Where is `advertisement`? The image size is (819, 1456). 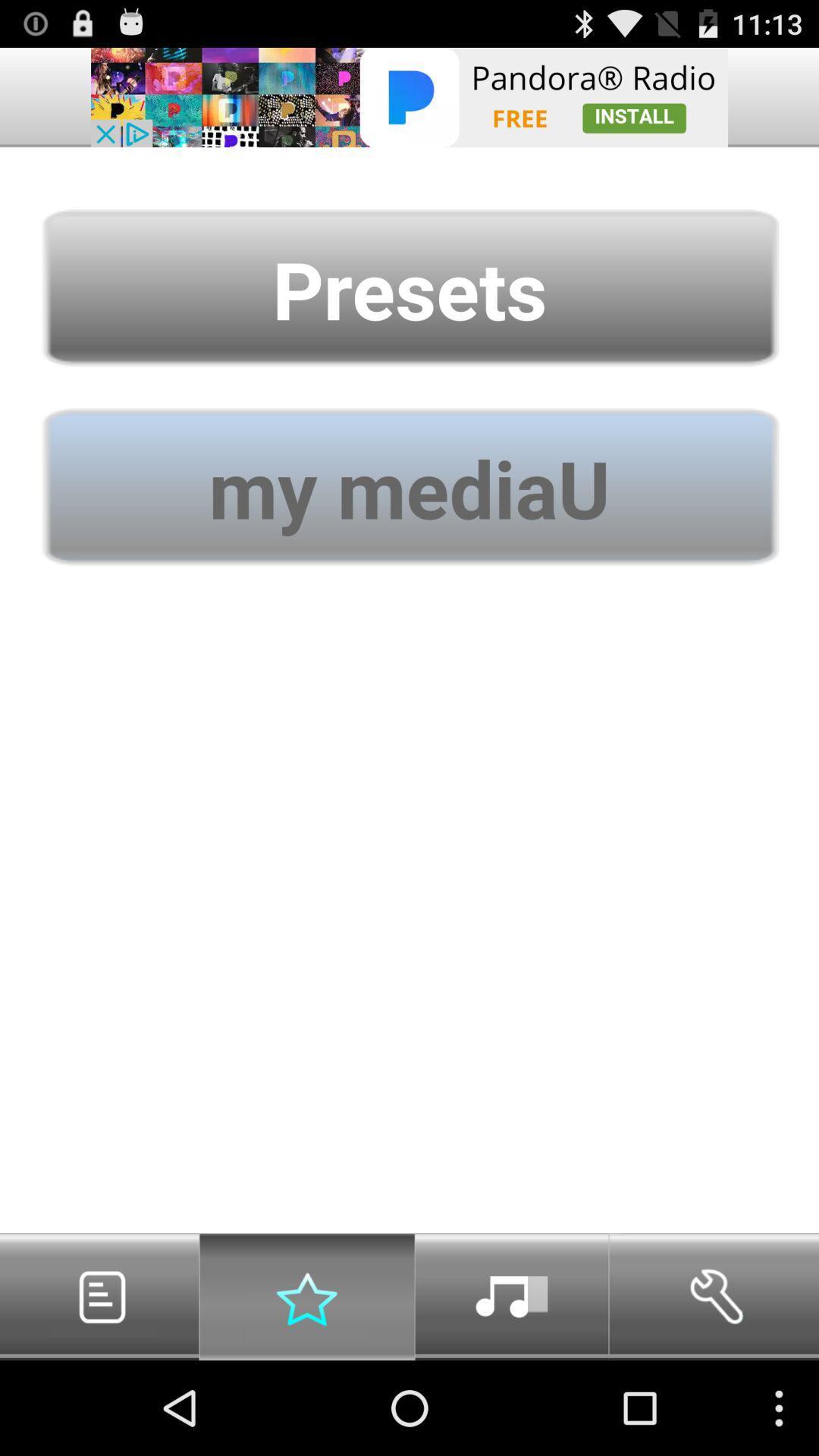 advertisement is located at coordinates (409, 96).